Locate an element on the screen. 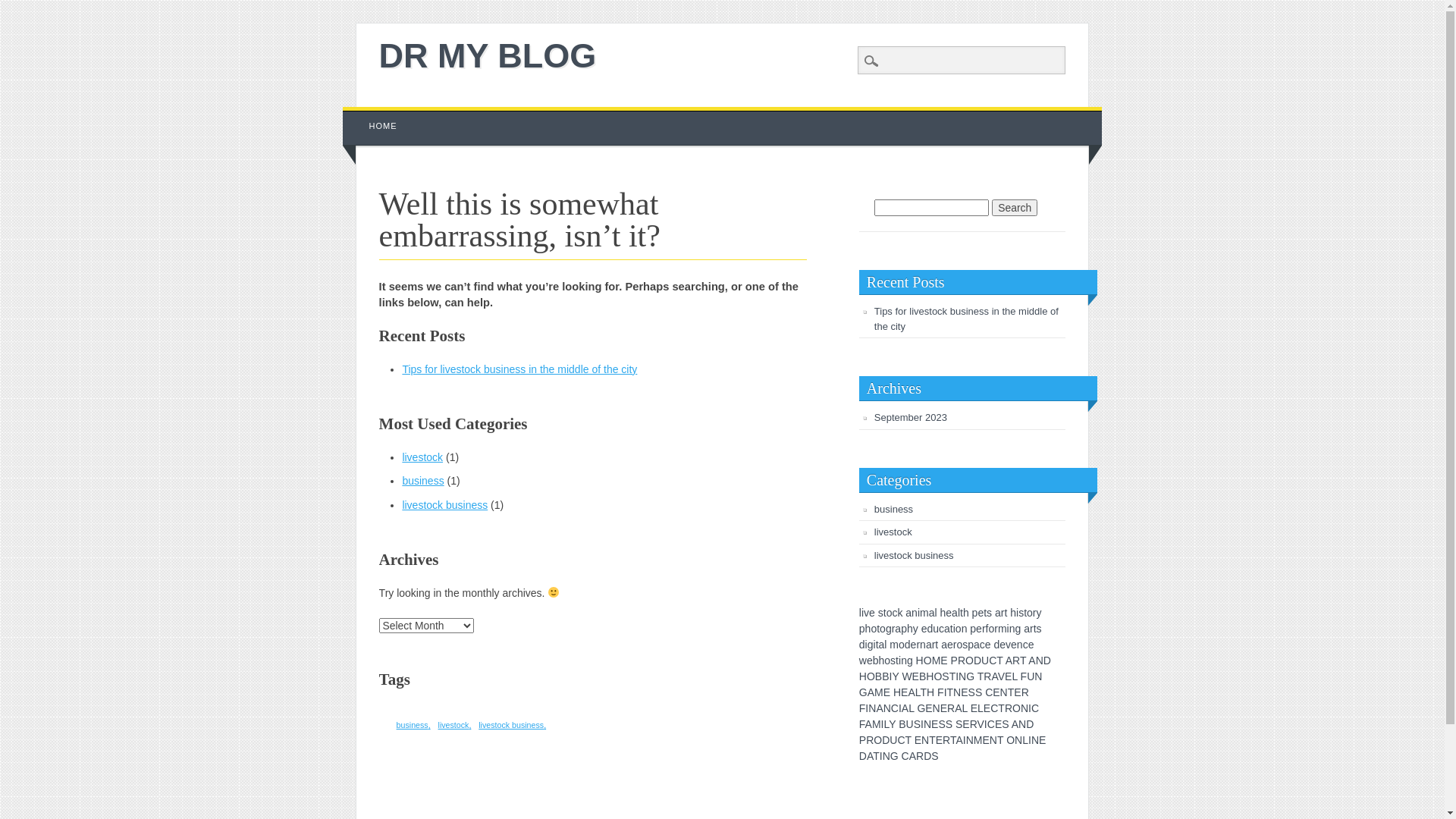 The width and height of the screenshot is (1456, 819). 'DR MY BLOG' is located at coordinates (488, 55).